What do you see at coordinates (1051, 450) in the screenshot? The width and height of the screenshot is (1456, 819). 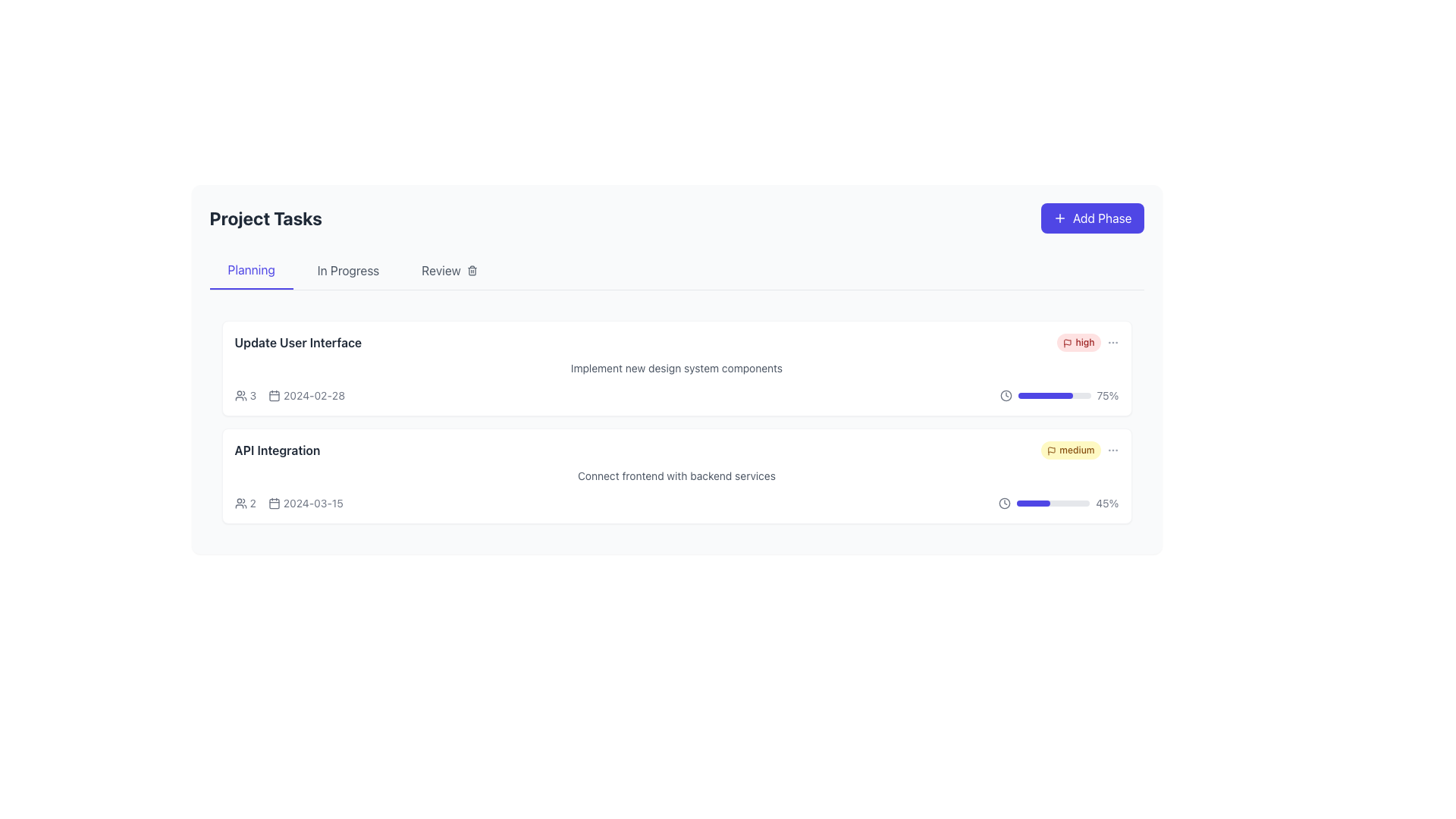 I see `the small flag icon styled in a minimalist manner, which is positioned inside a yellow badge labeled 'medium', located to the right of the 'API Integration' task row` at bounding box center [1051, 450].